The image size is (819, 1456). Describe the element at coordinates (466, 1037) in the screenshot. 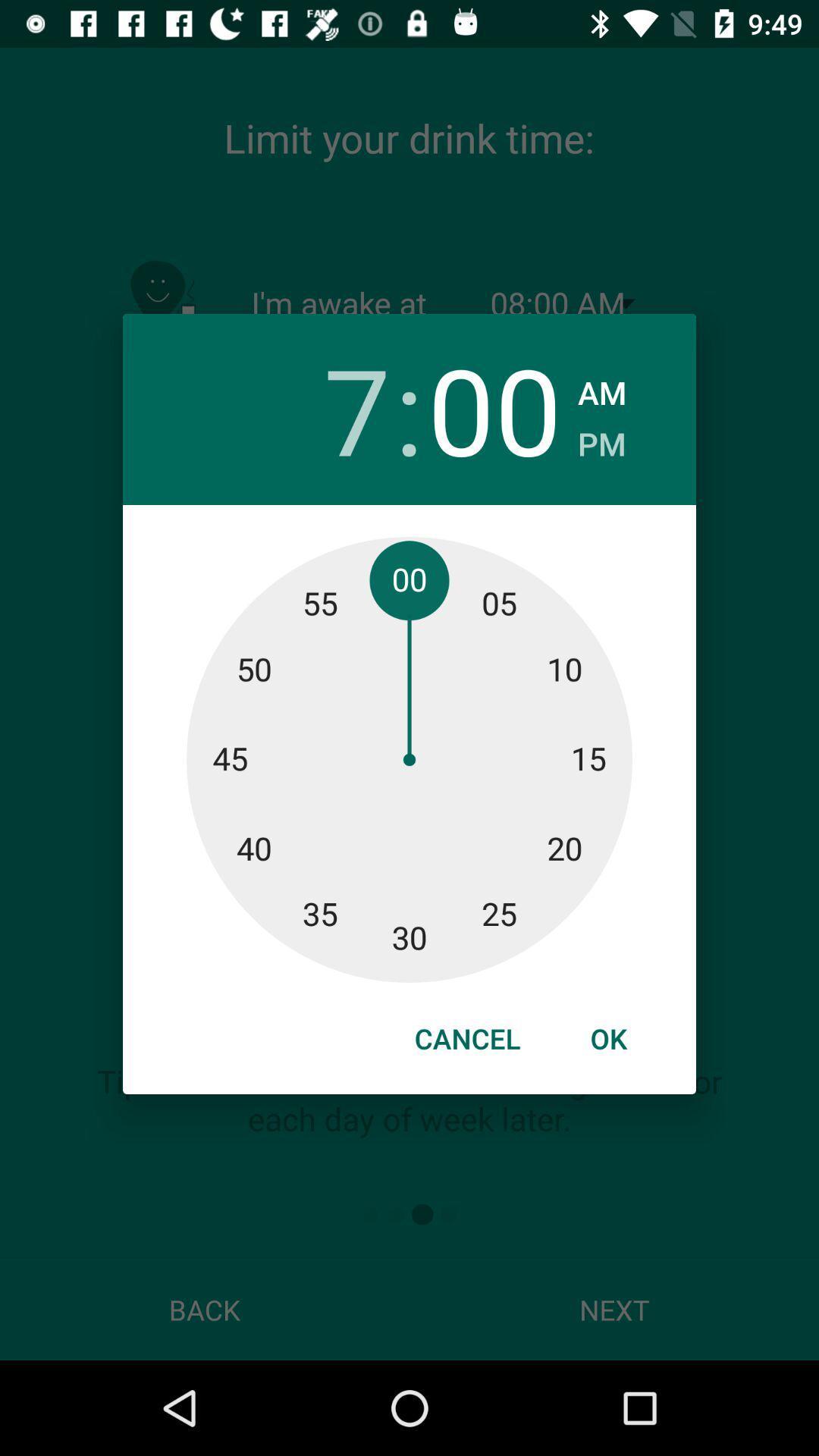

I see `the item next to the ok item` at that location.